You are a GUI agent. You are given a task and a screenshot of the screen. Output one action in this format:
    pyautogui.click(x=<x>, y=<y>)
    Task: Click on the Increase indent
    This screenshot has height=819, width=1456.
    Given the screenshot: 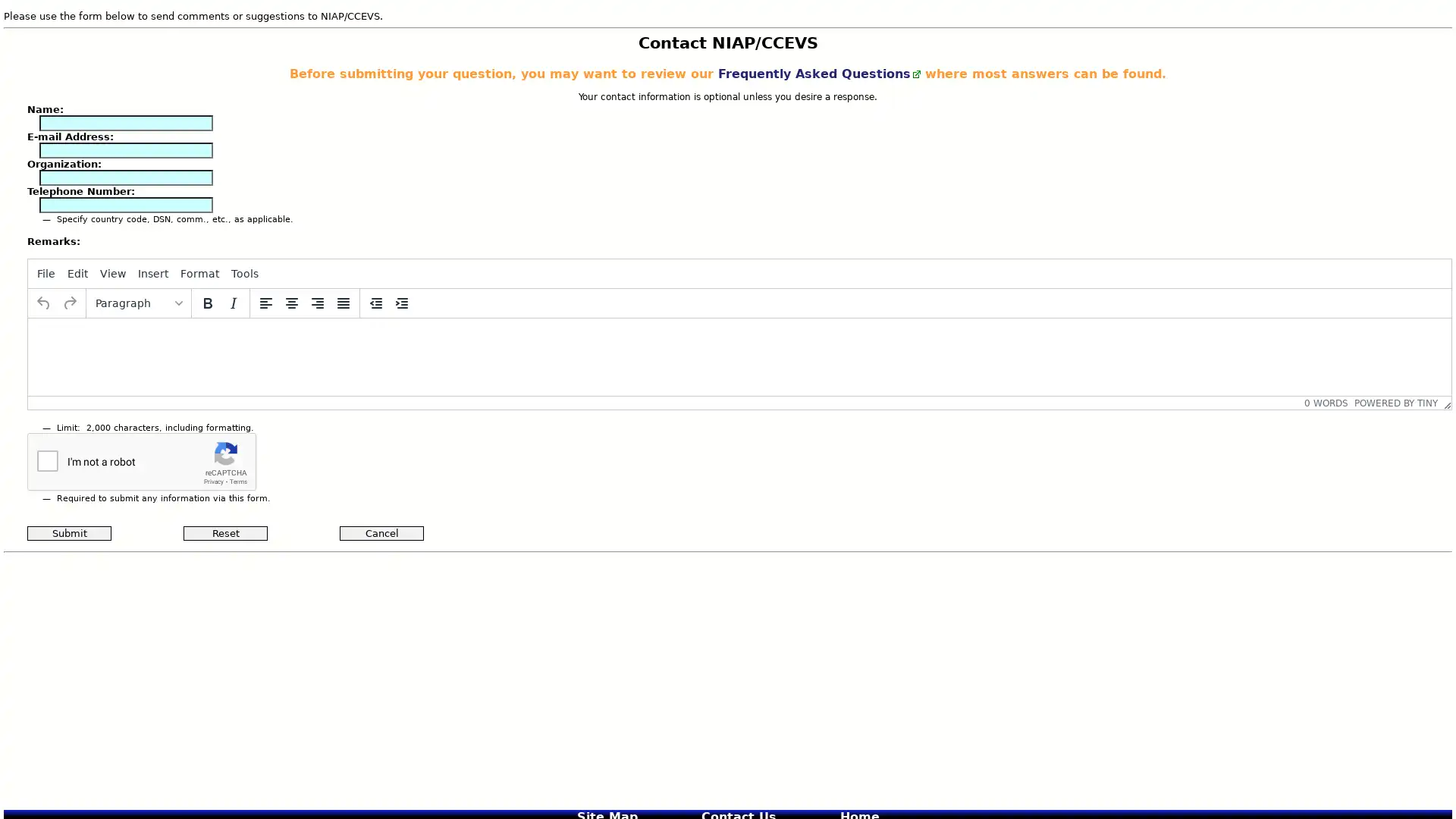 What is the action you would take?
    pyautogui.click(x=401, y=303)
    